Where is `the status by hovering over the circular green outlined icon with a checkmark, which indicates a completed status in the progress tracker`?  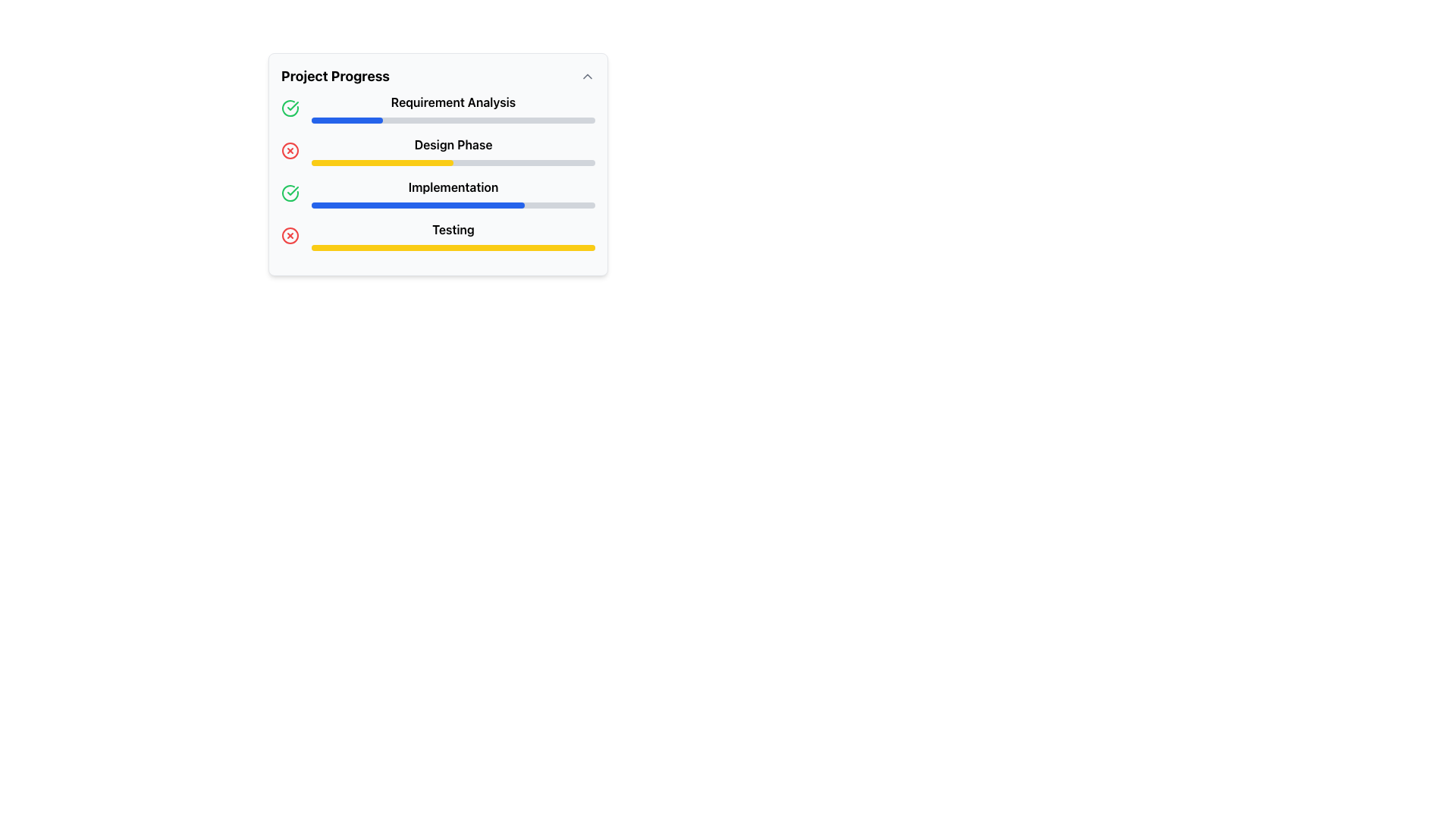 the status by hovering over the circular green outlined icon with a checkmark, which indicates a completed status in the progress tracker is located at coordinates (290, 107).